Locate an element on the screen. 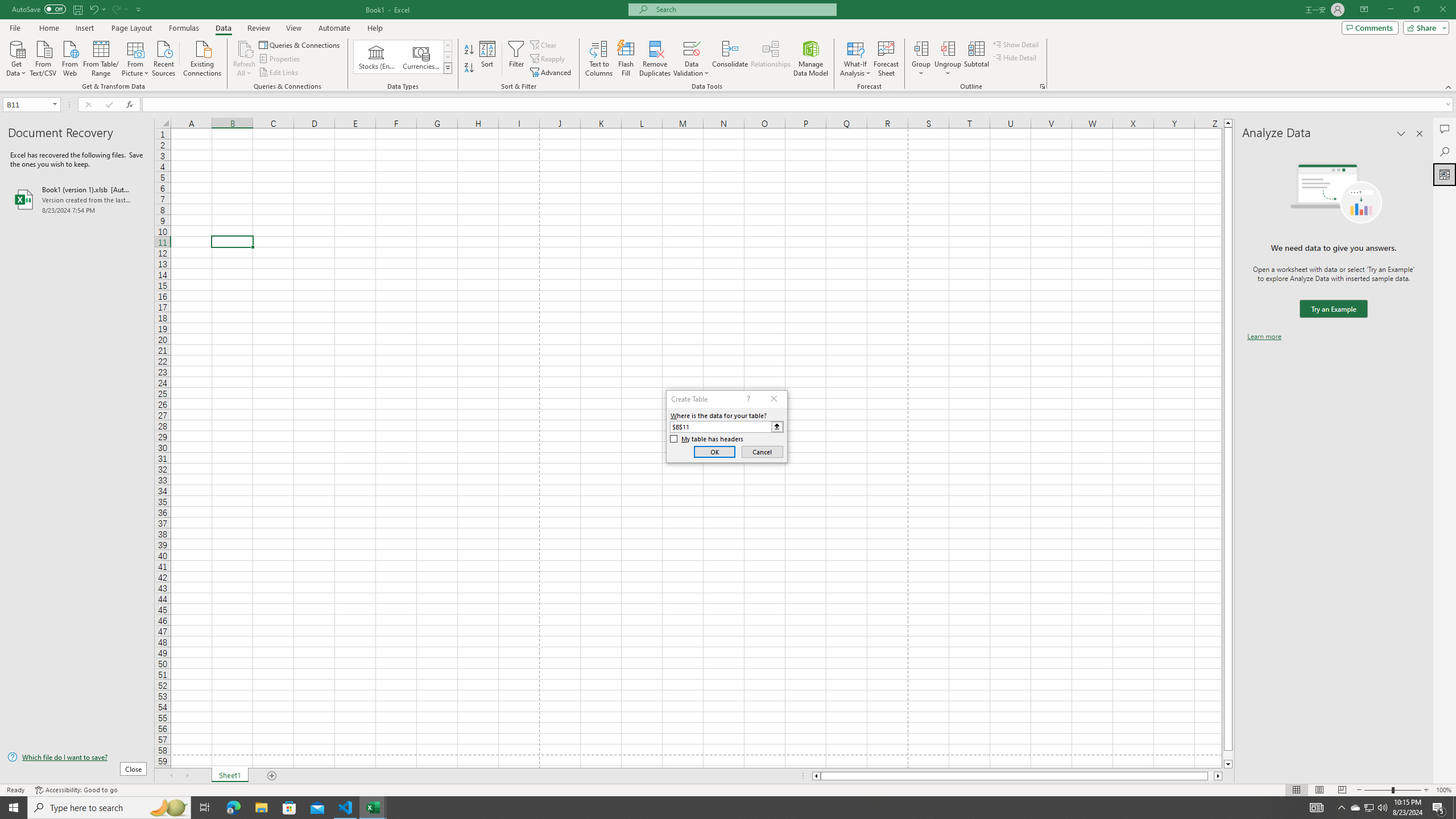 The image size is (1456, 819). 'Column left' is located at coordinates (816, 775).